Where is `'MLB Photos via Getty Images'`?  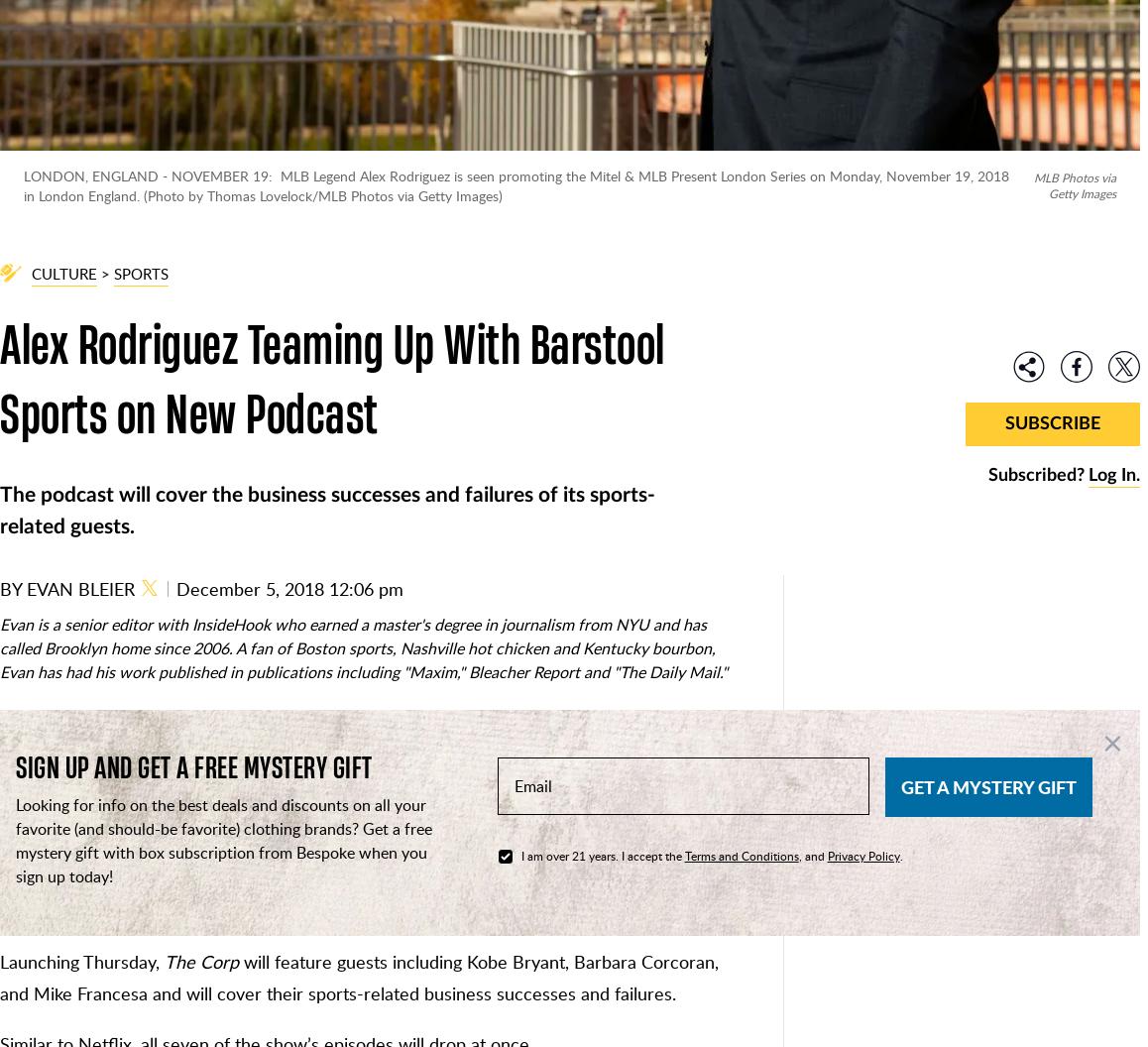 'MLB Photos via Getty Images' is located at coordinates (1074, 184).